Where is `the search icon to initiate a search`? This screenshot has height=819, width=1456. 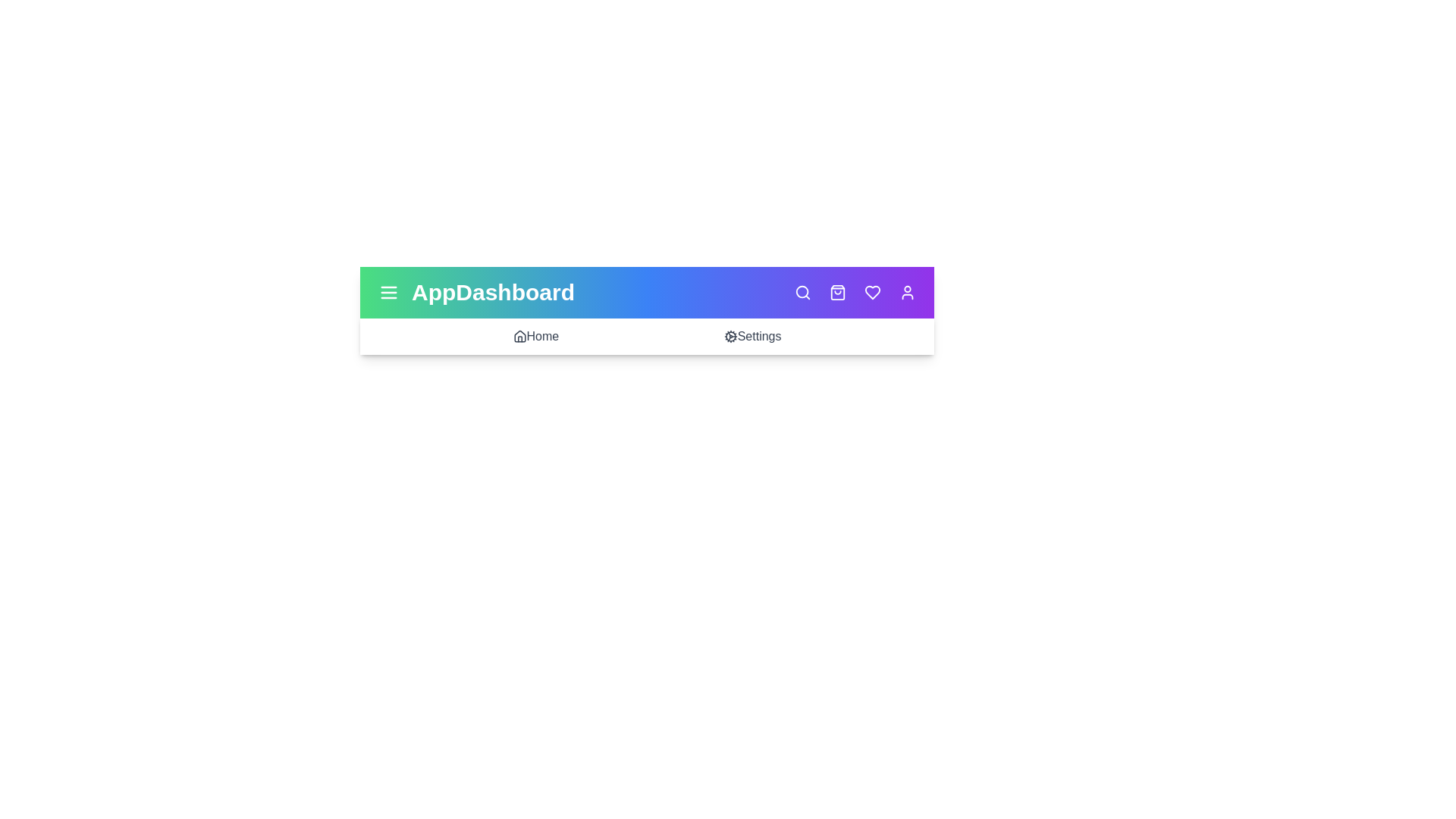
the search icon to initiate a search is located at coordinates (802, 292).